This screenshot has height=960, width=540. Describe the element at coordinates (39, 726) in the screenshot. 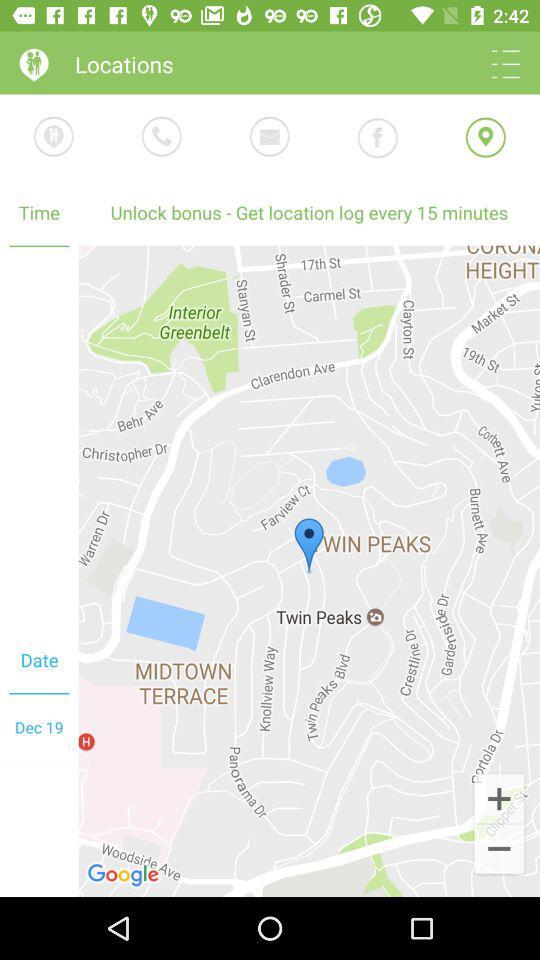

I see `dec 19 item` at that location.